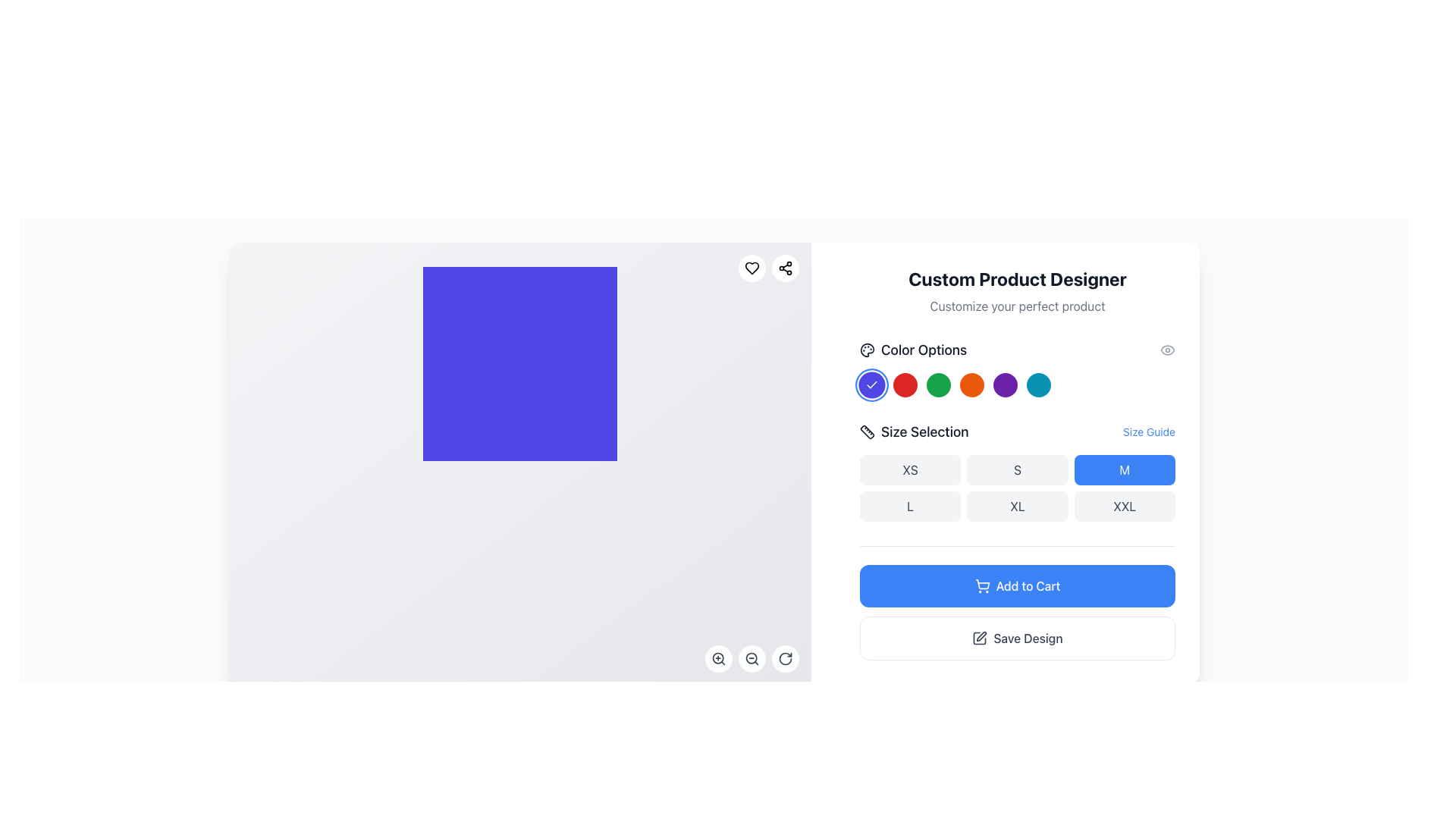 The image size is (1456, 819). What do you see at coordinates (872, 383) in the screenshot?
I see `the circular blue button with a white checkmark icon, which is the first in the row of color-option buttons below 'Color Options.'` at bounding box center [872, 383].